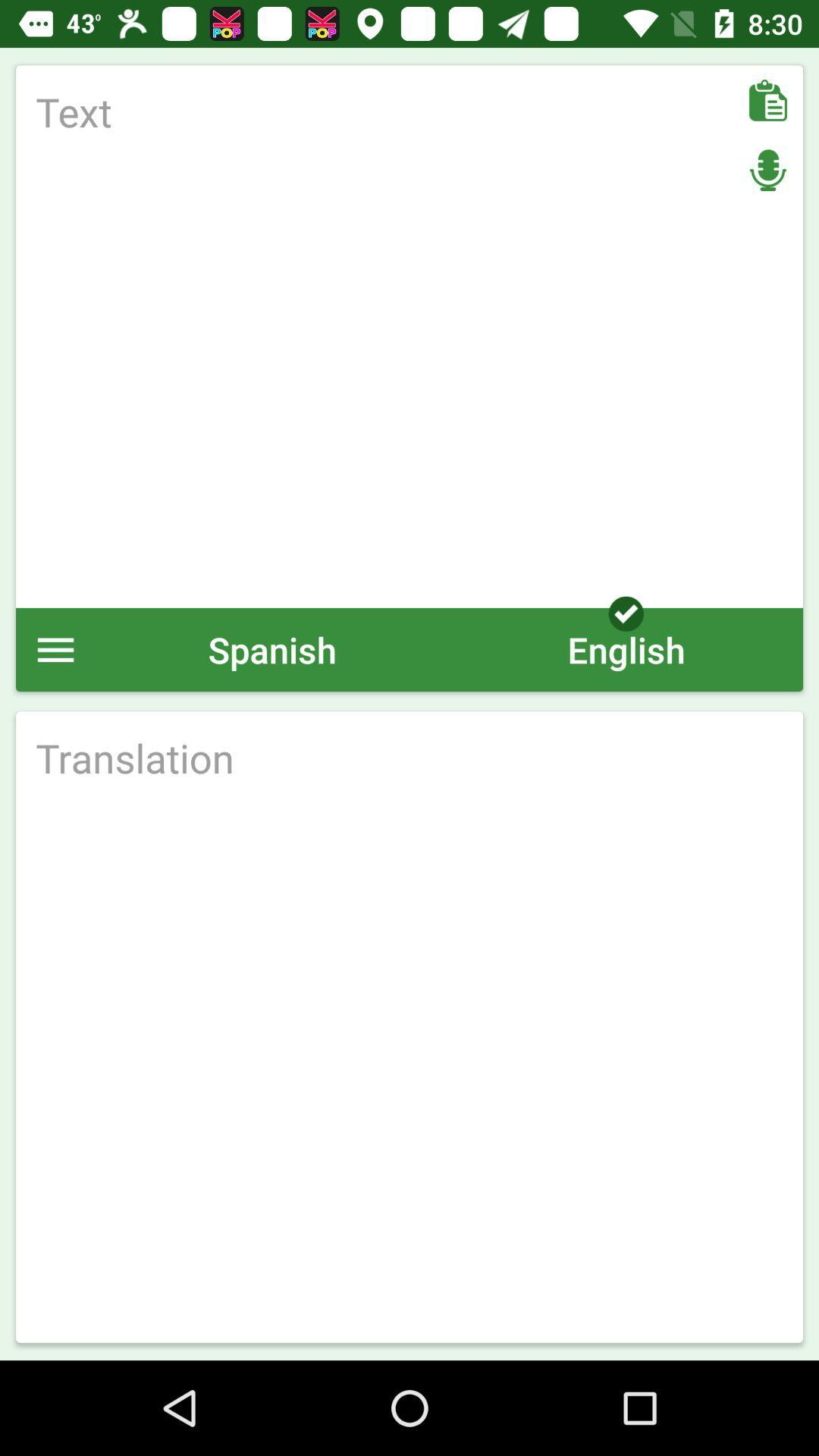  I want to click on spanish icon, so click(271, 649).